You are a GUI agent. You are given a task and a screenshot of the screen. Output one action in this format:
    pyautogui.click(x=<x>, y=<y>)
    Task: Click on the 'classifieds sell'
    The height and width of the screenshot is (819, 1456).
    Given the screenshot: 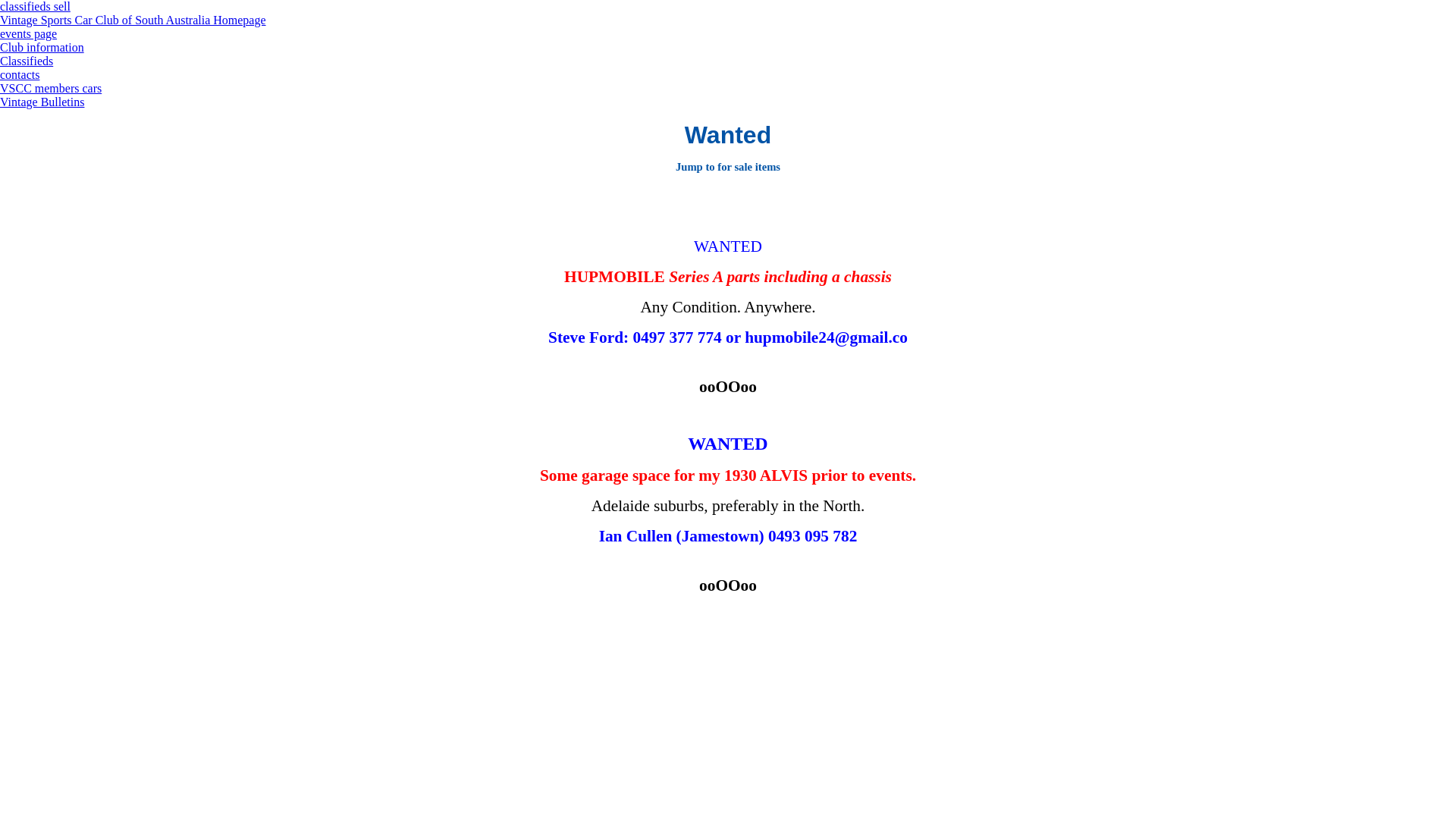 What is the action you would take?
    pyautogui.click(x=35, y=6)
    